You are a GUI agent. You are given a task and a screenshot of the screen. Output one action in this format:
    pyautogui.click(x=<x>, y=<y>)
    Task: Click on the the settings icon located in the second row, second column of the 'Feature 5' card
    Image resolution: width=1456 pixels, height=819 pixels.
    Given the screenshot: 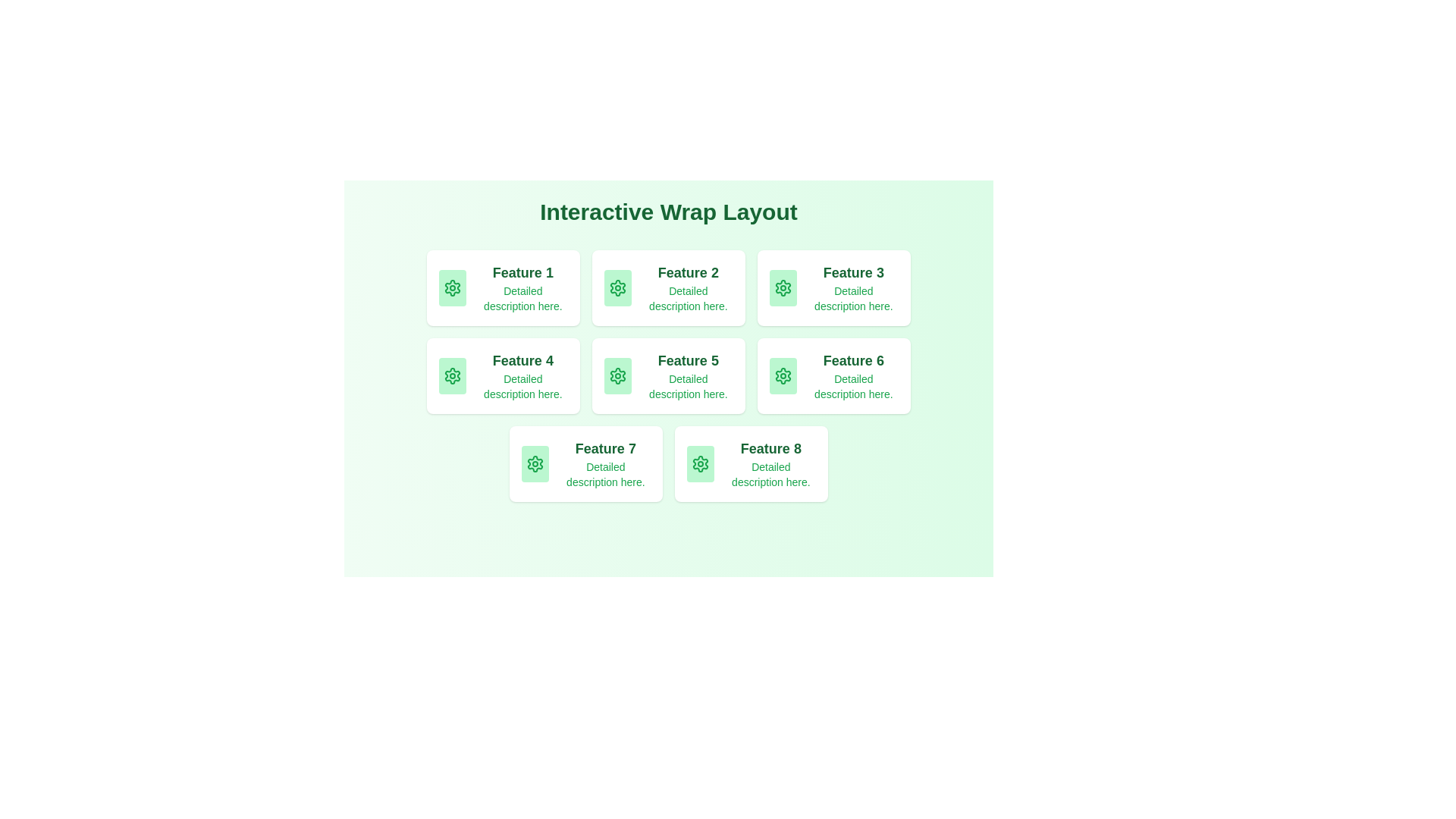 What is the action you would take?
    pyautogui.click(x=617, y=375)
    